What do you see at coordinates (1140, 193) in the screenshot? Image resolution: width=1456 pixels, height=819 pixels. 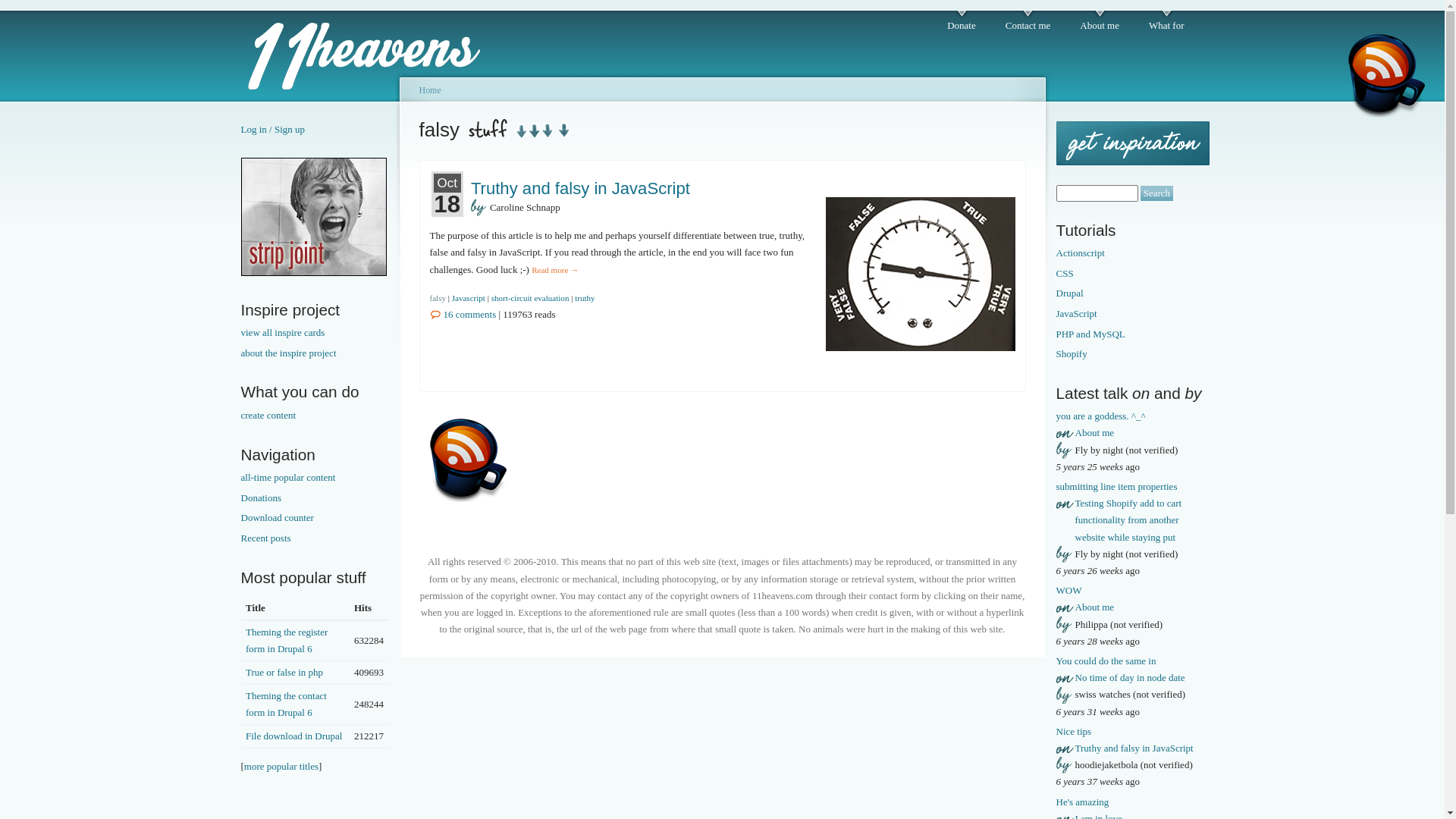 I see `'Search'` at bounding box center [1140, 193].